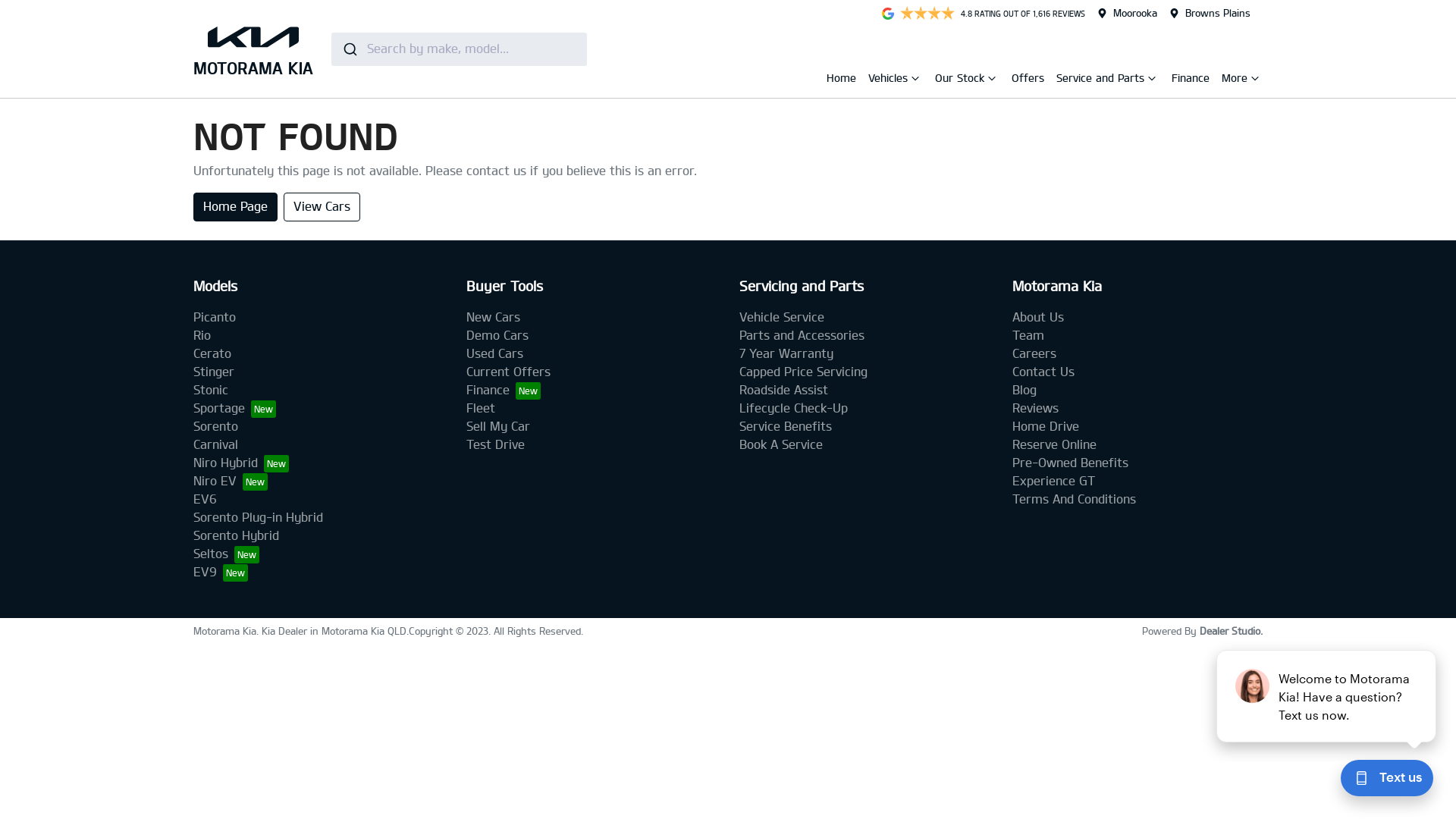 The image size is (1456, 819). I want to click on 'Book A Service', so click(781, 444).